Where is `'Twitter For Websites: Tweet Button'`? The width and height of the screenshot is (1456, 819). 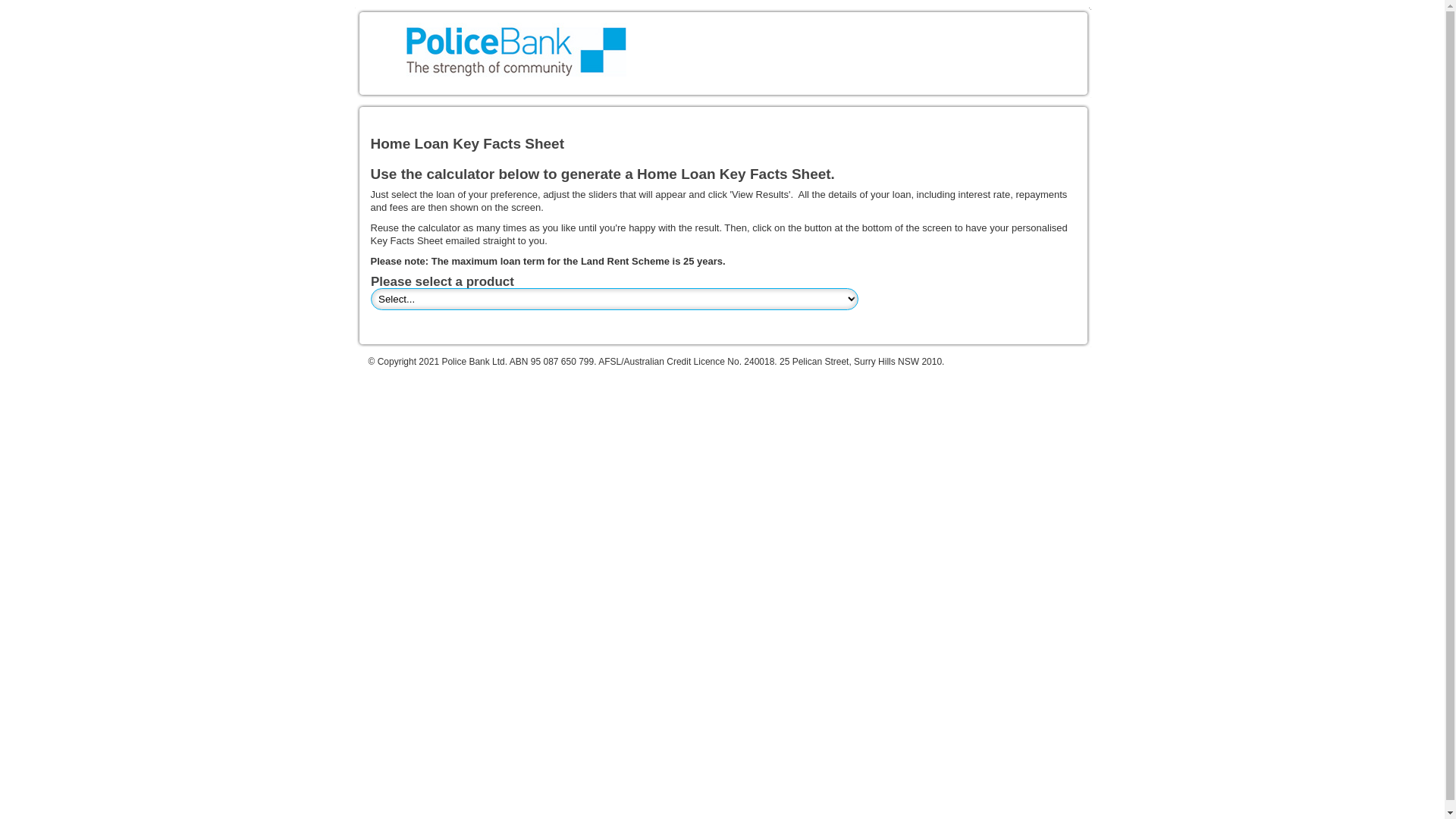 'Twitter For Websites: Tweet Button' is located at coordinates (407, 324).